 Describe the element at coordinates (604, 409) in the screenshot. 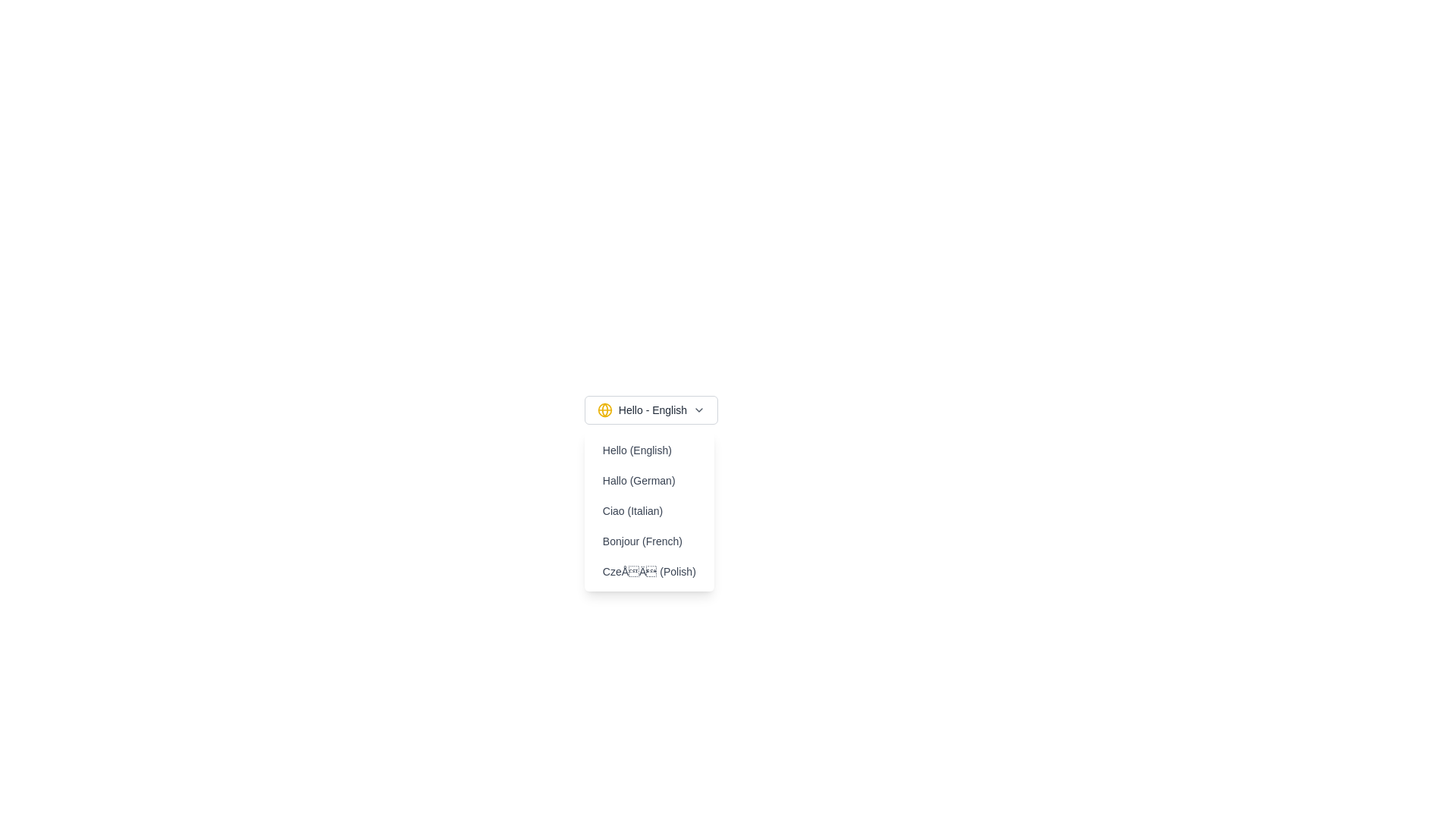

I see `the circular outline located inside the globe icon that precedes the 'Hello - English' label in the dropdown menu` at that location.